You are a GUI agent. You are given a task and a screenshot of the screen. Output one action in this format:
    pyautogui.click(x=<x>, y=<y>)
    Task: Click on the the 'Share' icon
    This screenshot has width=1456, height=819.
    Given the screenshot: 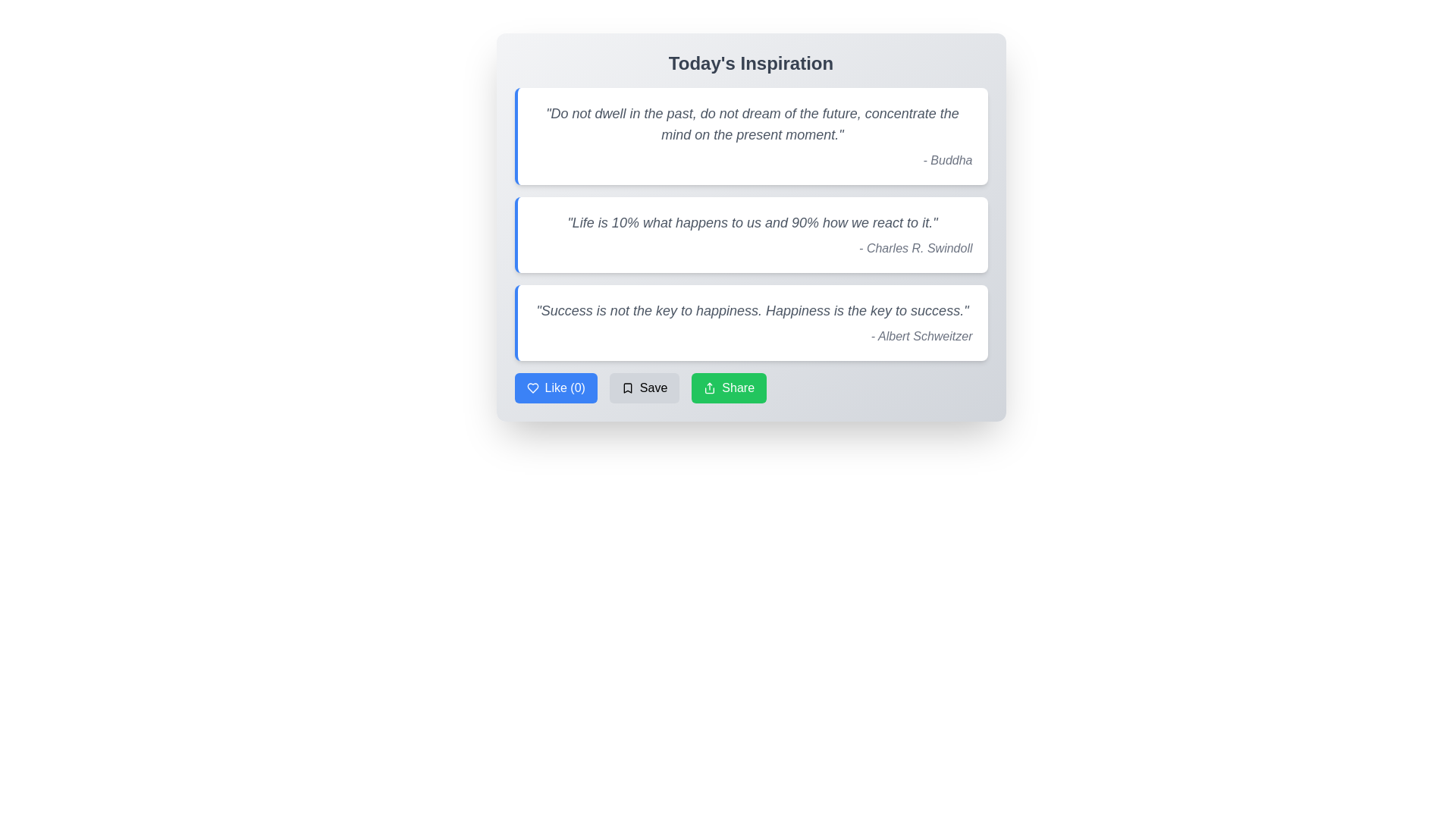 What is the action you would take?
    pyautogui.click(x=709, y=388)
    